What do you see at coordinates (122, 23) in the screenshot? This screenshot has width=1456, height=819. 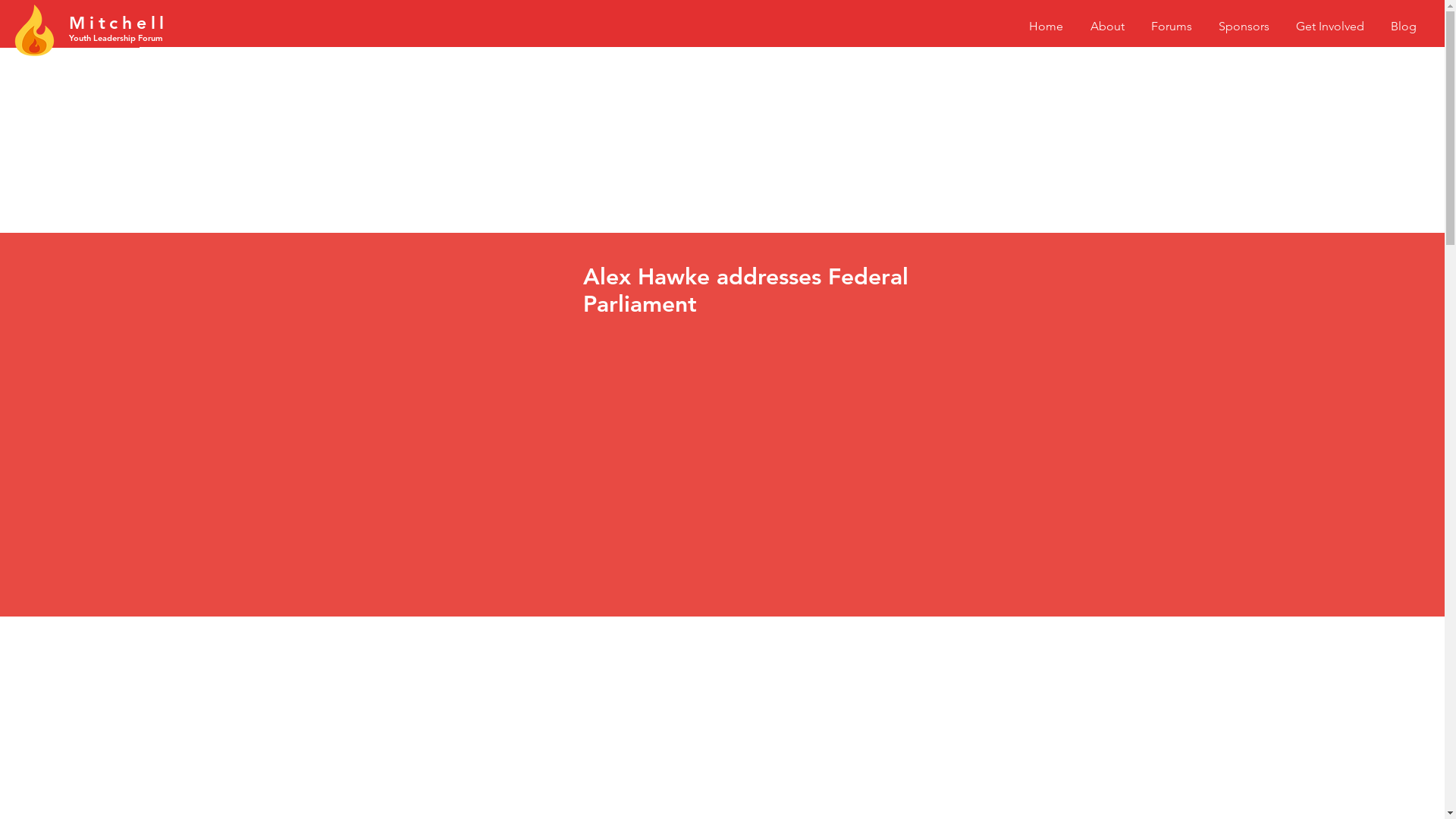 I see `'hell'` at bounding box center [122, 23].